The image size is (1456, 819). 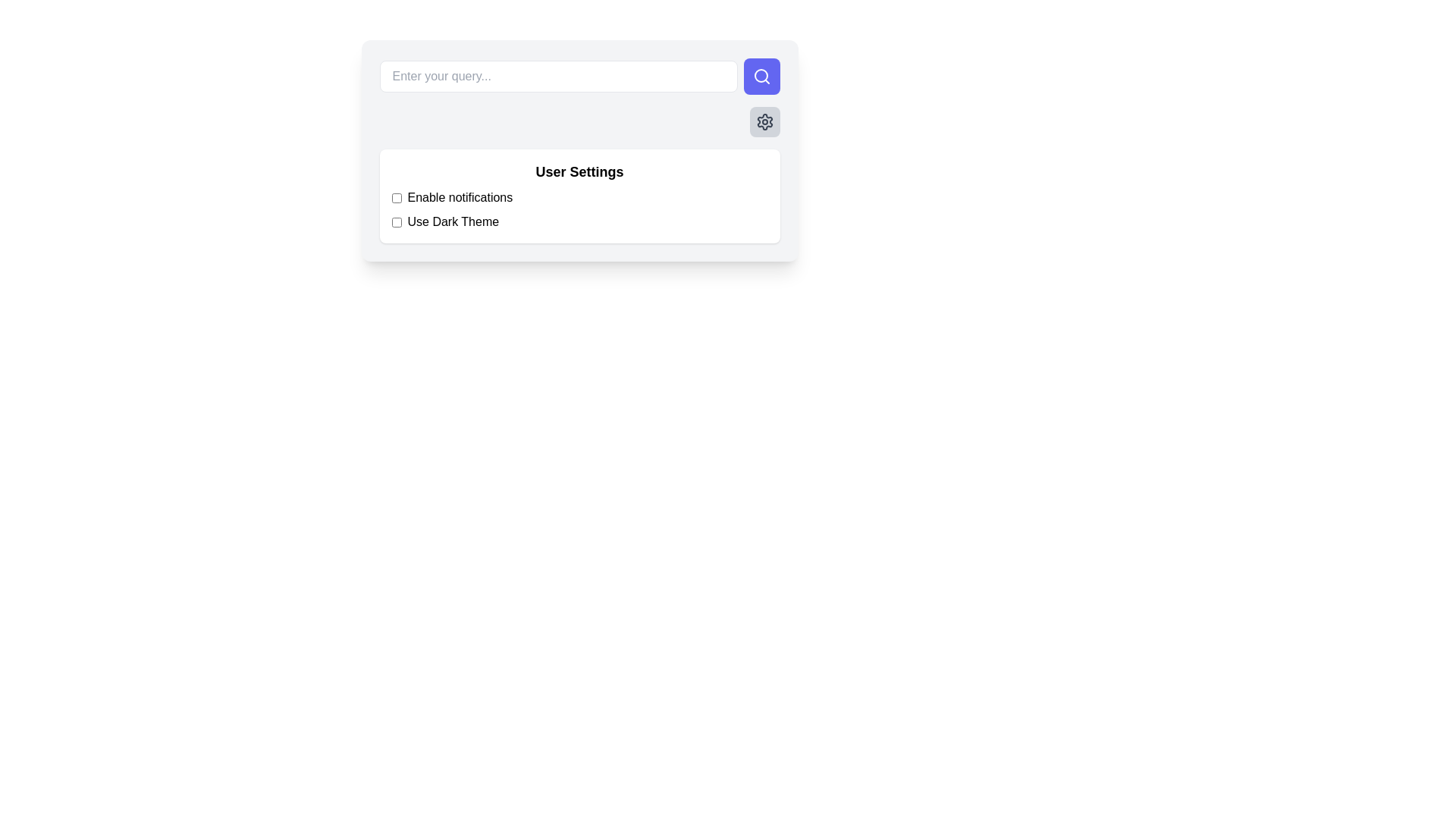 What do you see at coordinates (579, 171) in the screenshot?
I see `the 'User Settings' text label, which is styled in bold and larger font, serving as the header for the settings panel` at bounding box center [579, 171].